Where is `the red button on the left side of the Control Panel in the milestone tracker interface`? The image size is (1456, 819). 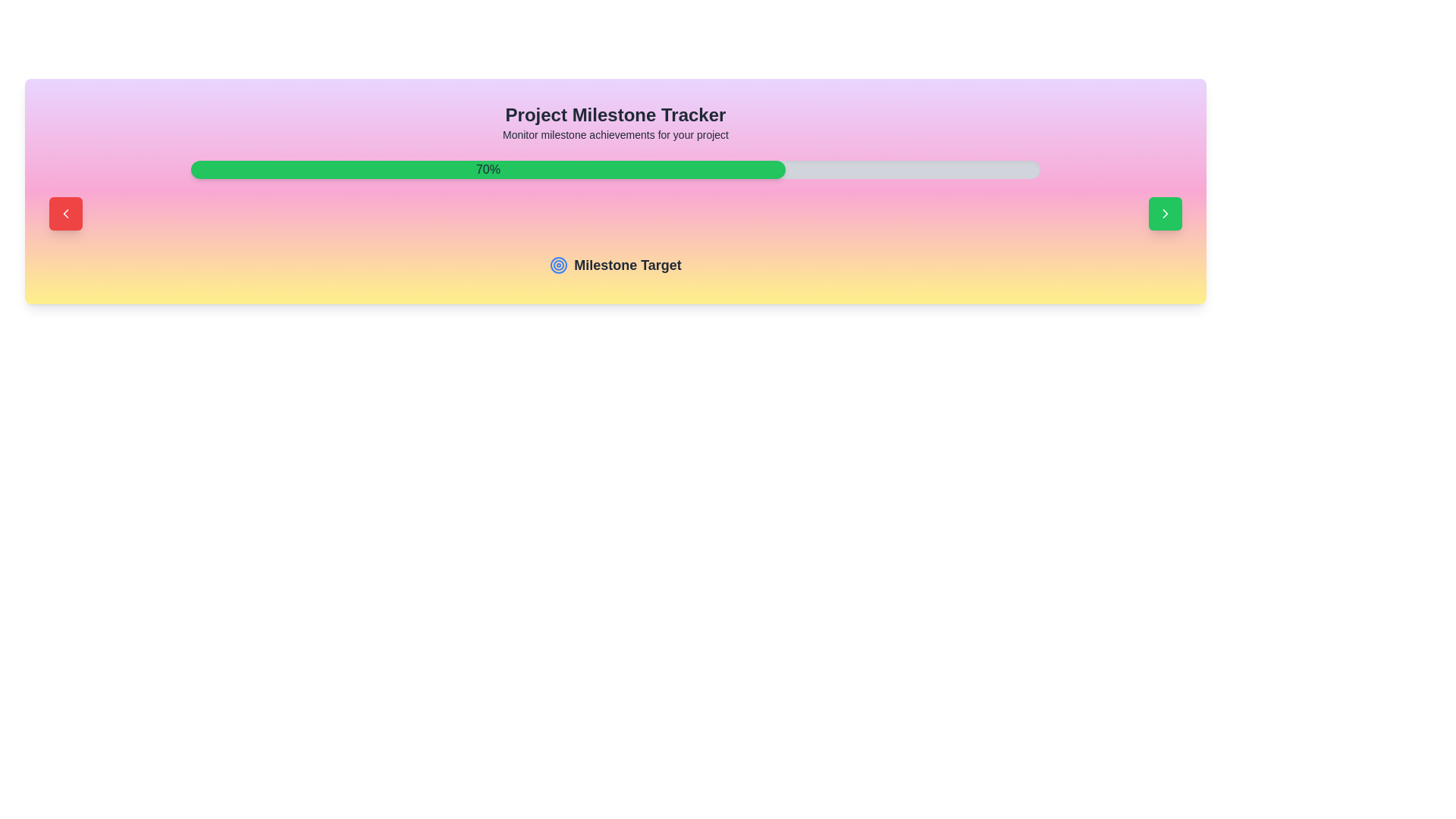 the red button on the left side of the Control Panel in the milestone tracker interface is located at coordinates (615, 213).